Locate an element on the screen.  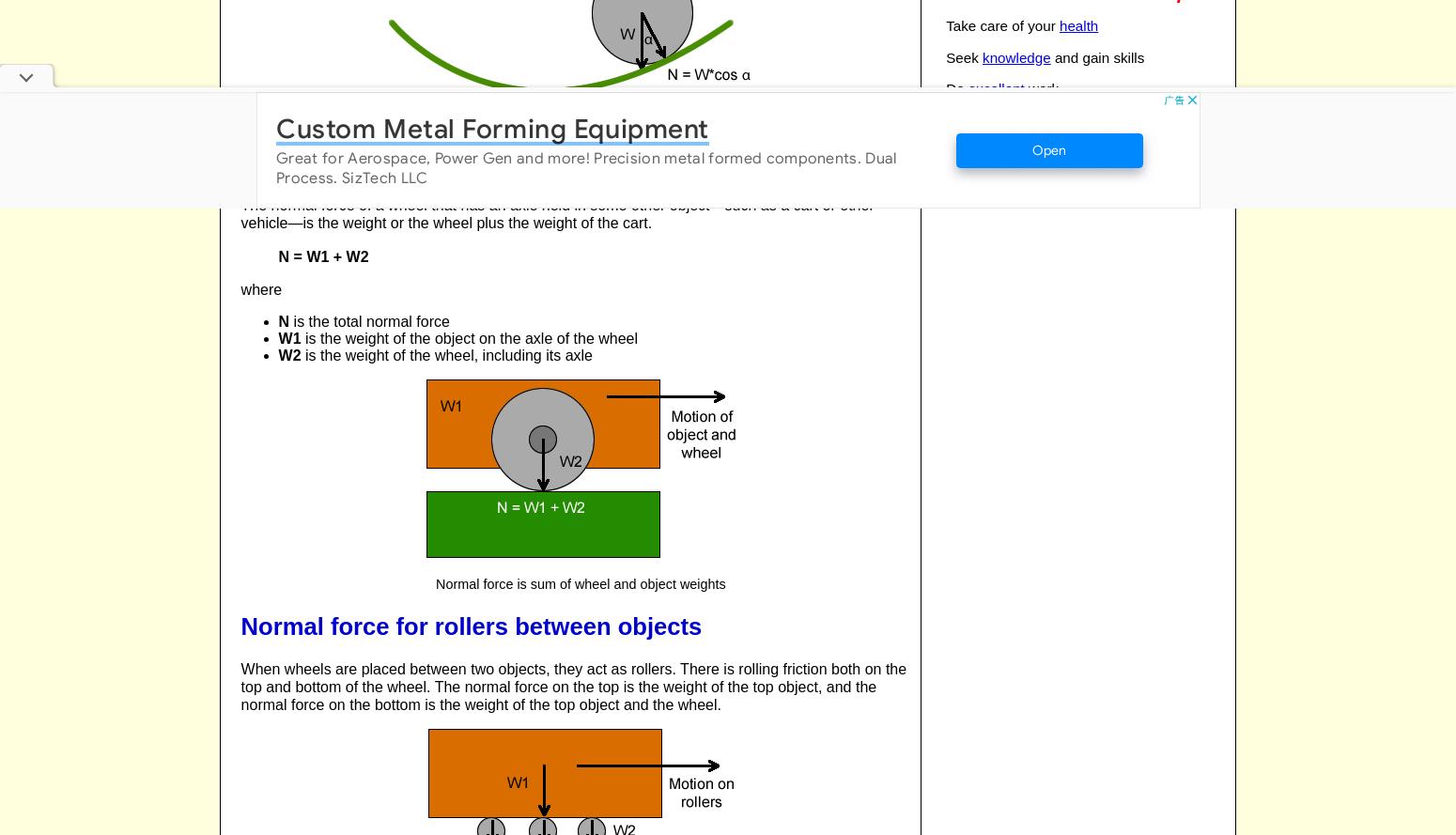
'is the weight of the object on the axle of the wheel' is located at coordinates (300, 336).